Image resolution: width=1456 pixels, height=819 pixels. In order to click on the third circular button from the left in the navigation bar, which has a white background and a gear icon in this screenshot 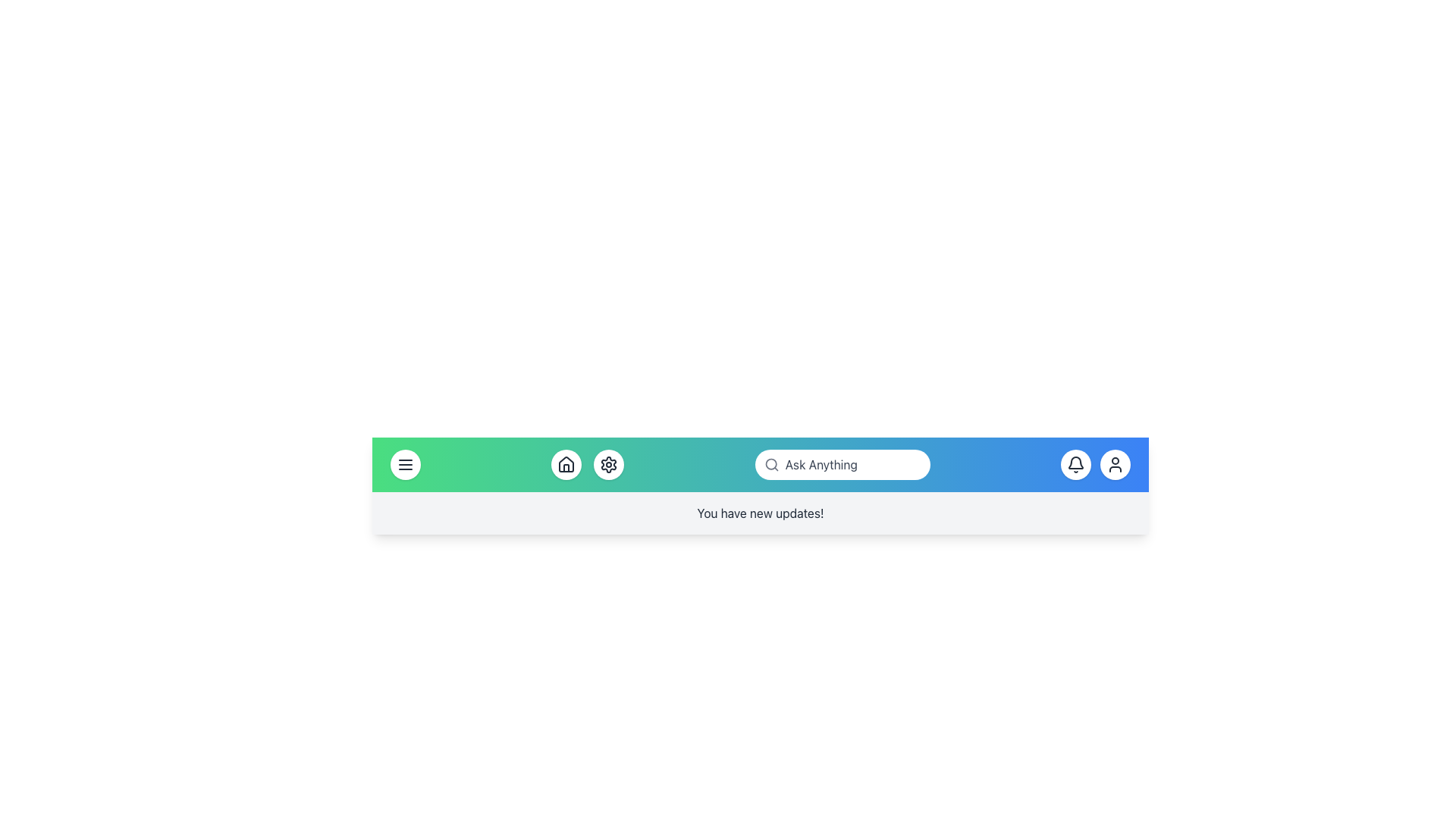, I will do `click(608, 464)`.